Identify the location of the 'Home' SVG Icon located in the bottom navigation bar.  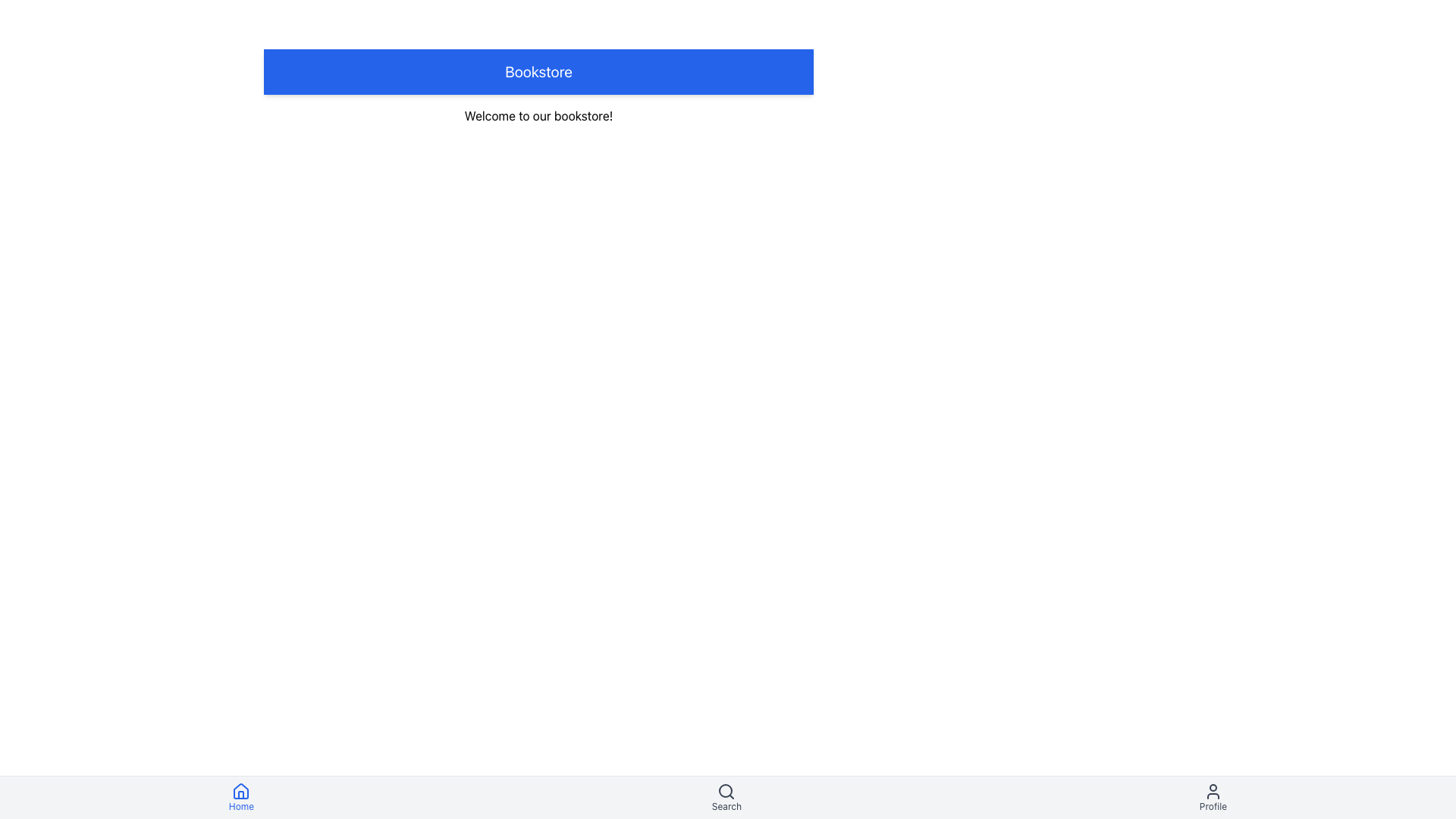
(240, 791).